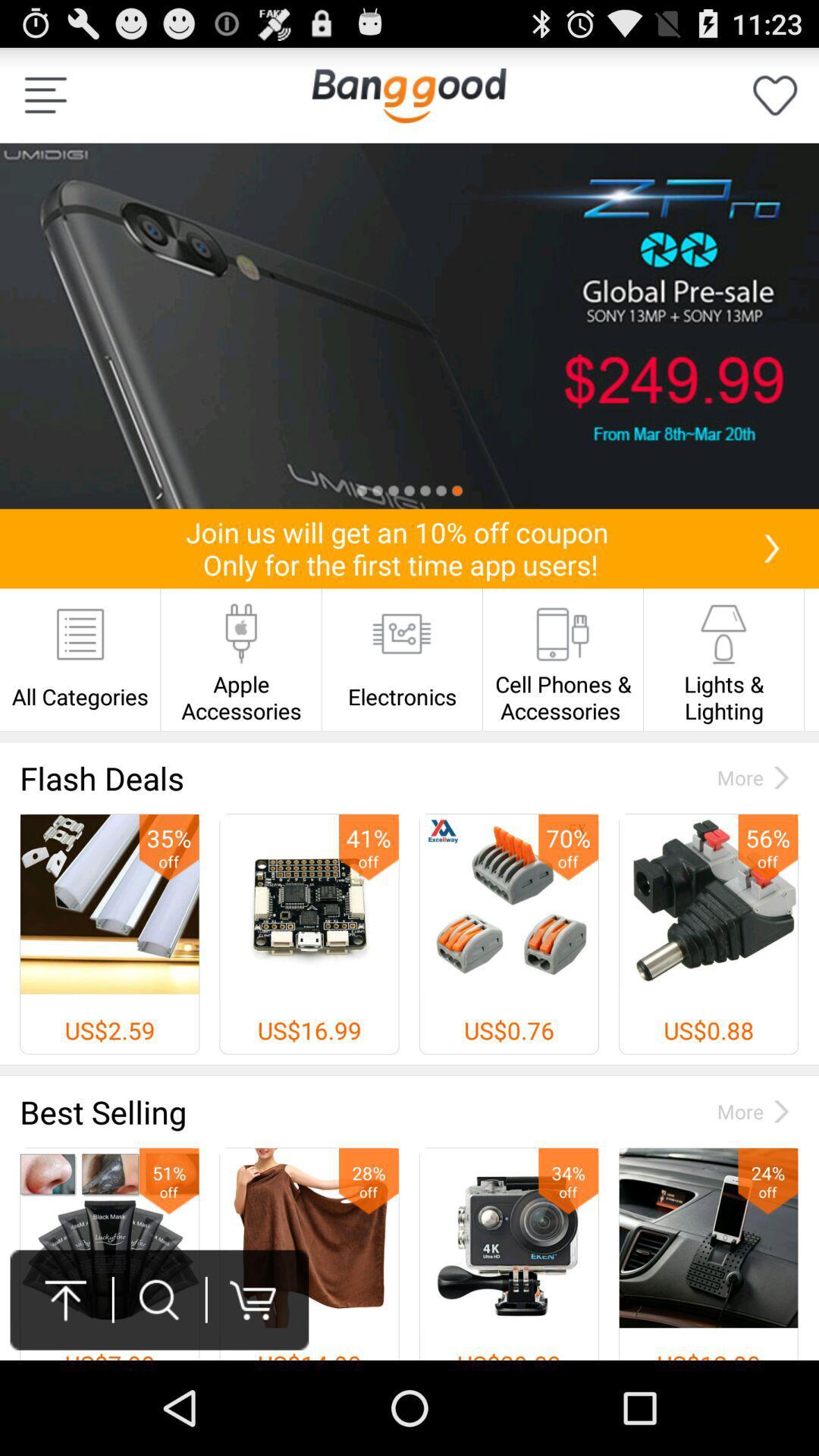  What do you see at coordinates (45, 94) in the screenshot?
I see `open the menu` at bounding box center [45, 94].